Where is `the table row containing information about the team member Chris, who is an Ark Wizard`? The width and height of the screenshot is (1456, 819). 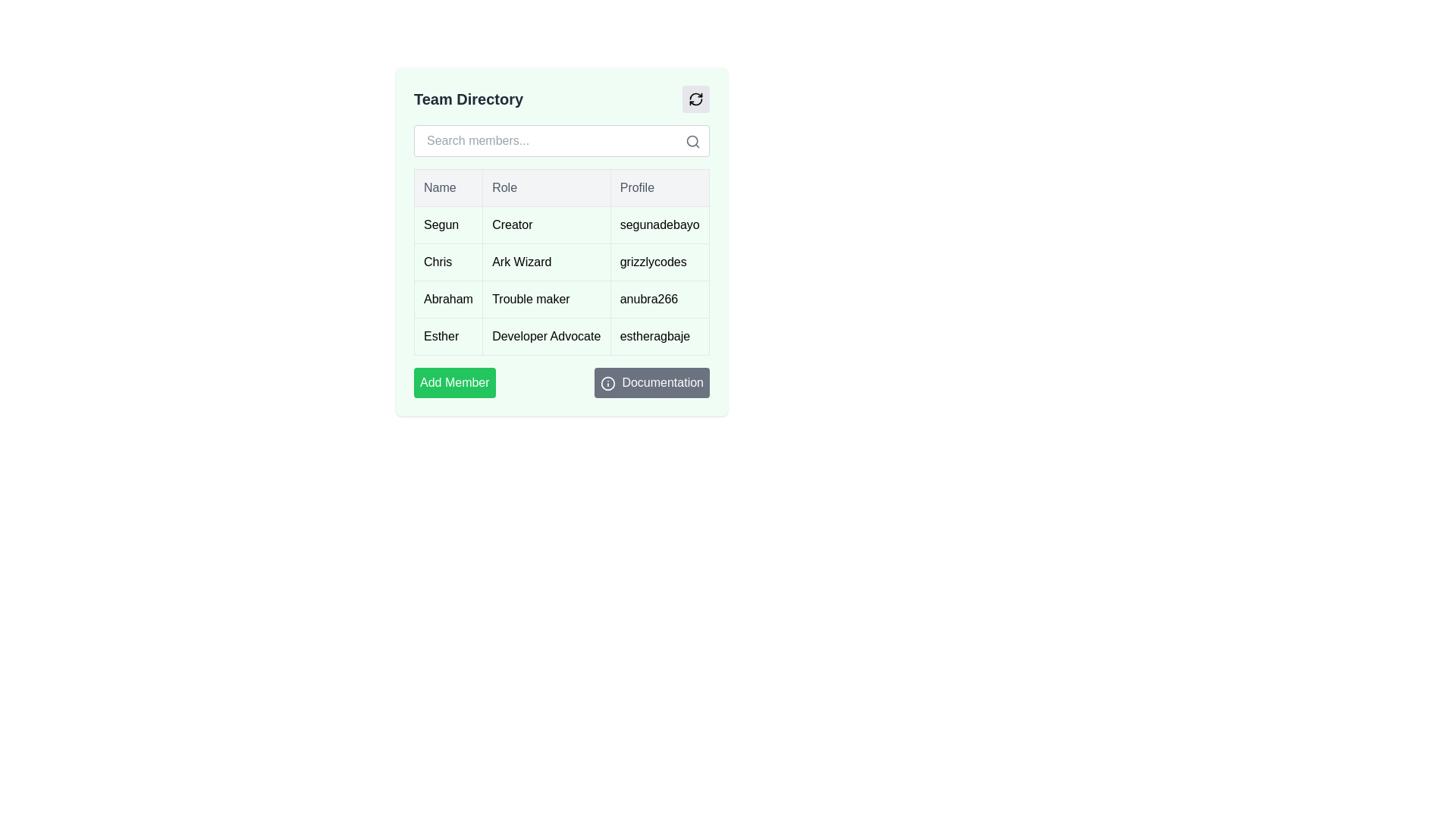
the table row containing information about the team member Chris, who is an Ark Wizard is located at coordinates (560, 262).